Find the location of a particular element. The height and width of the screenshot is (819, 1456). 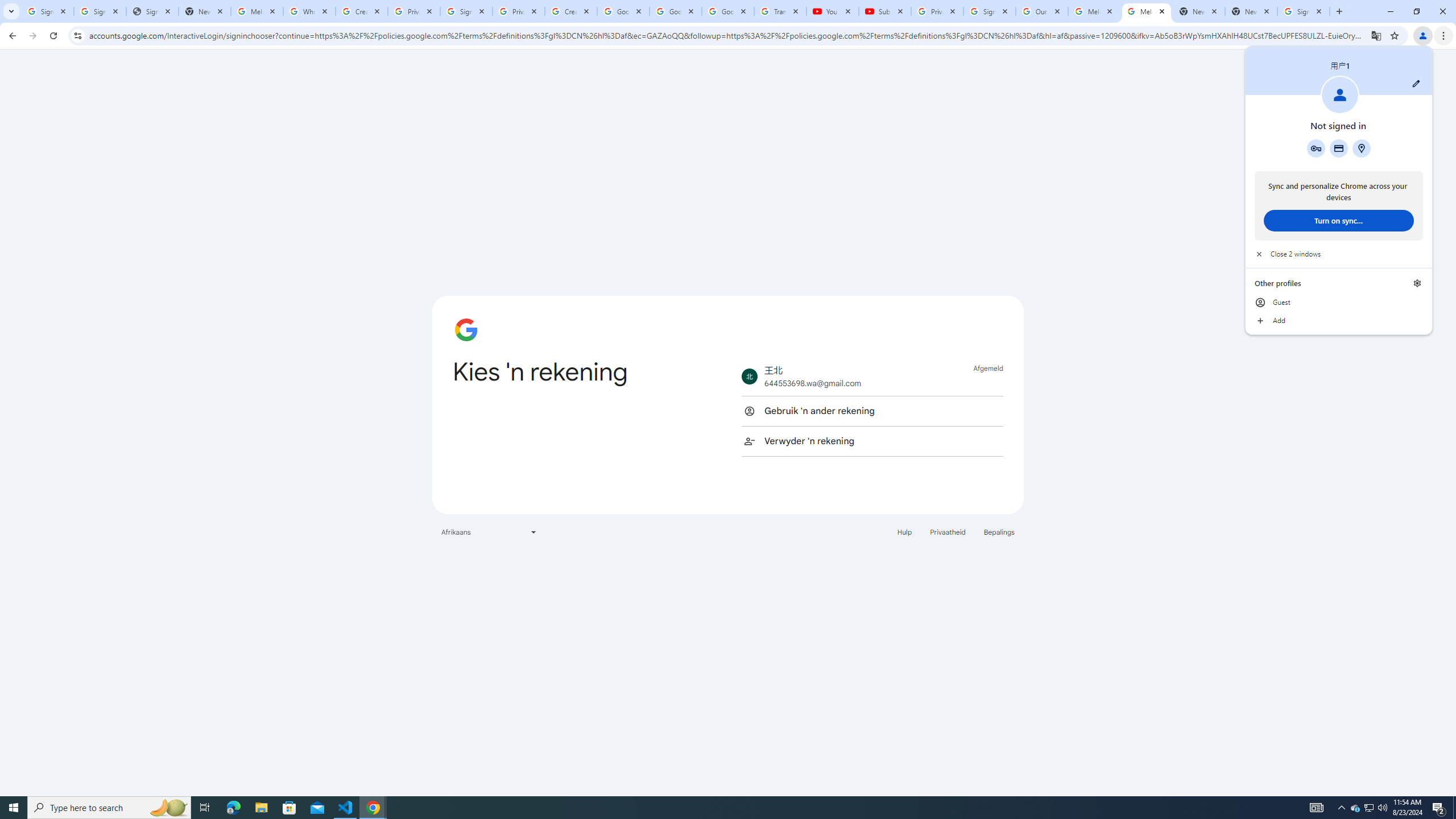

'Privaatheid' is located at coordinates (948, 531).